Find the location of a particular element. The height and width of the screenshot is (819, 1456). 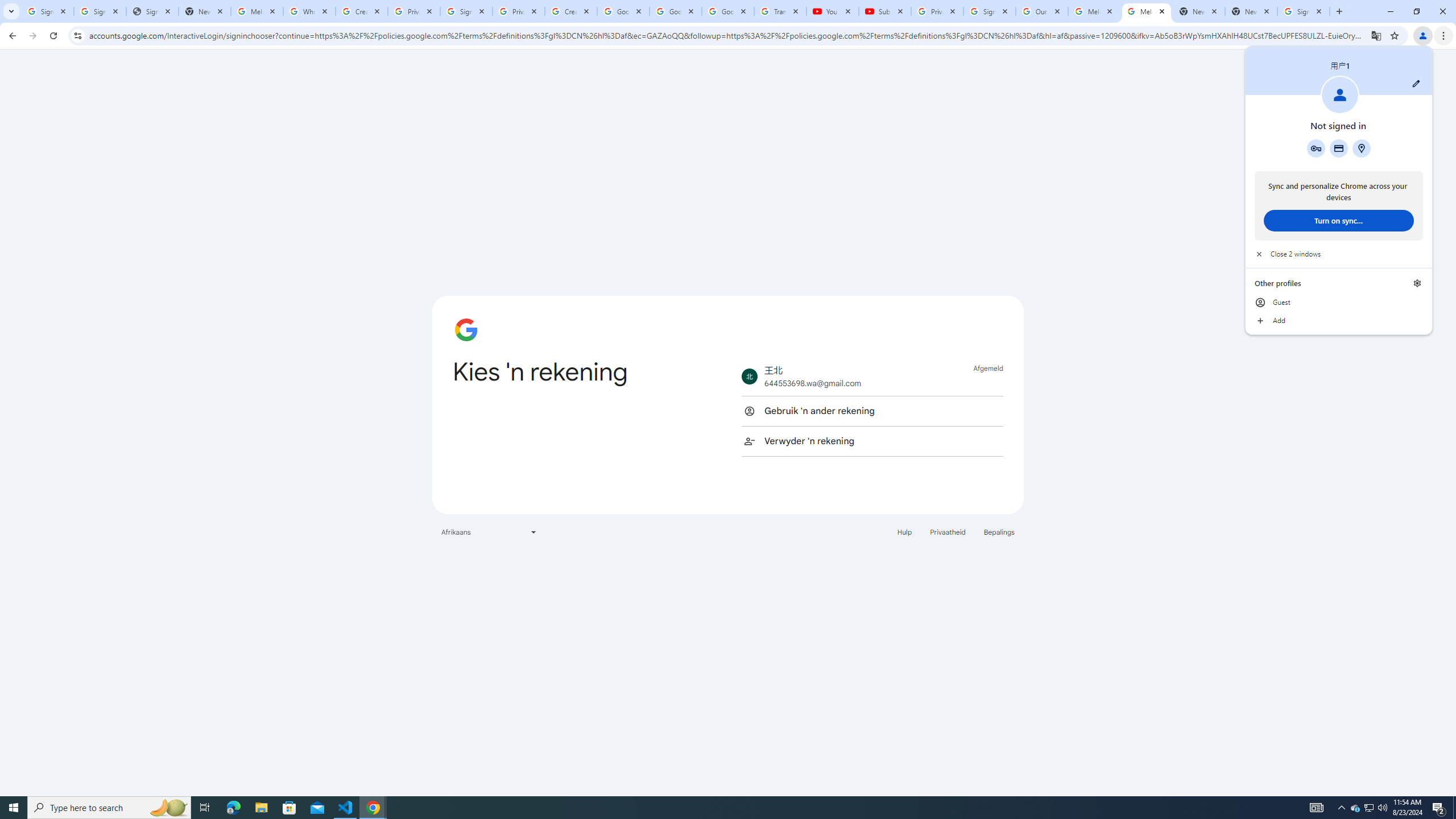

'Privaatheid' is located at coordinates (948, 531).